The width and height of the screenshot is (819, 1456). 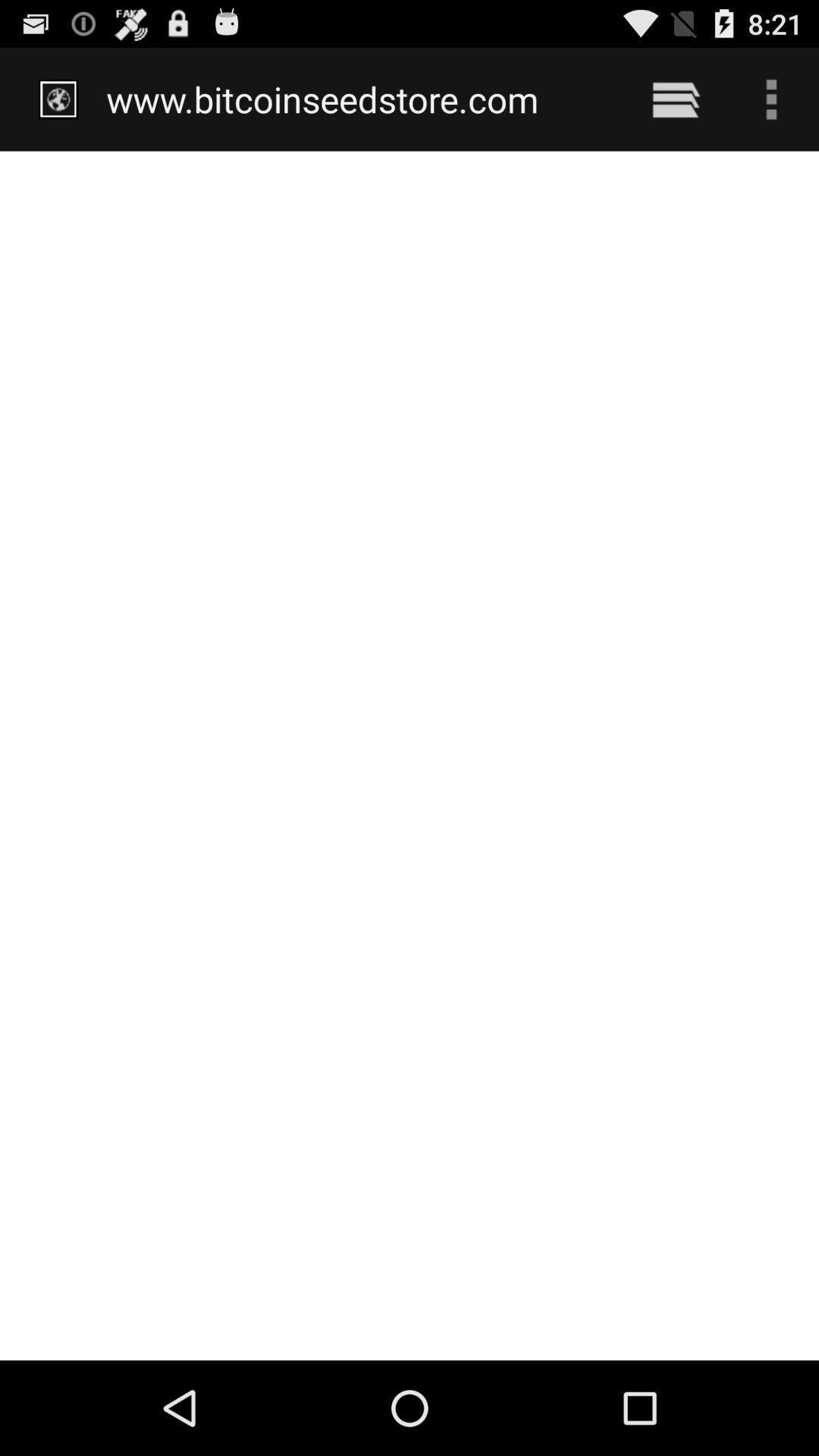 I want to click on the www.bitcoinseedstore.com, so click(x=358, y=99).